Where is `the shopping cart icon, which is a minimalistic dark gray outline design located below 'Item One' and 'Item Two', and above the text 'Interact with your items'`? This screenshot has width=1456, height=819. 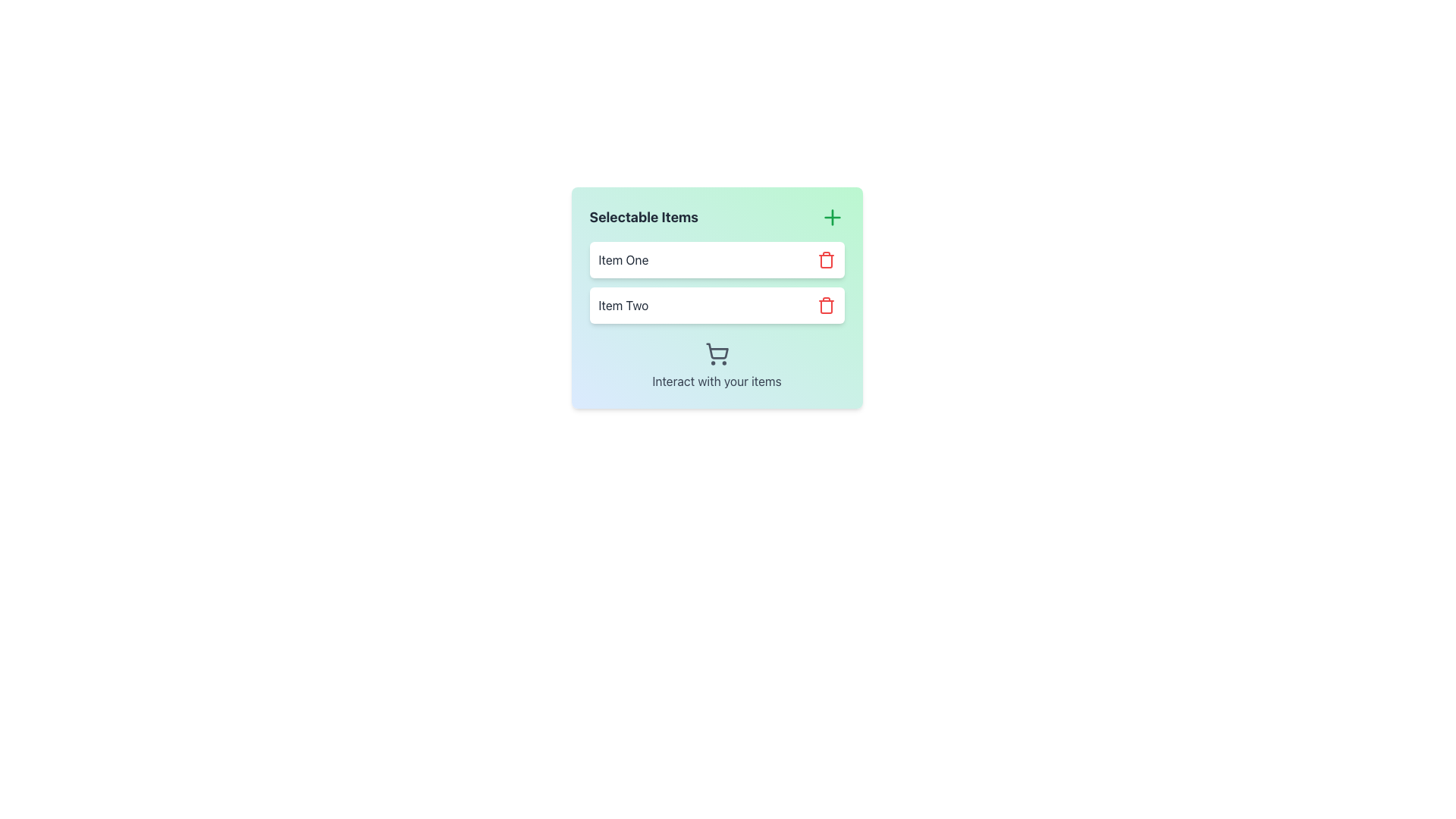
the shopping cart icon, which is a minimalistic dark gray outline design located below 'Item One' and 'Item Two', and above the text 'Interact with your items' is located at coordinates (716, 353).